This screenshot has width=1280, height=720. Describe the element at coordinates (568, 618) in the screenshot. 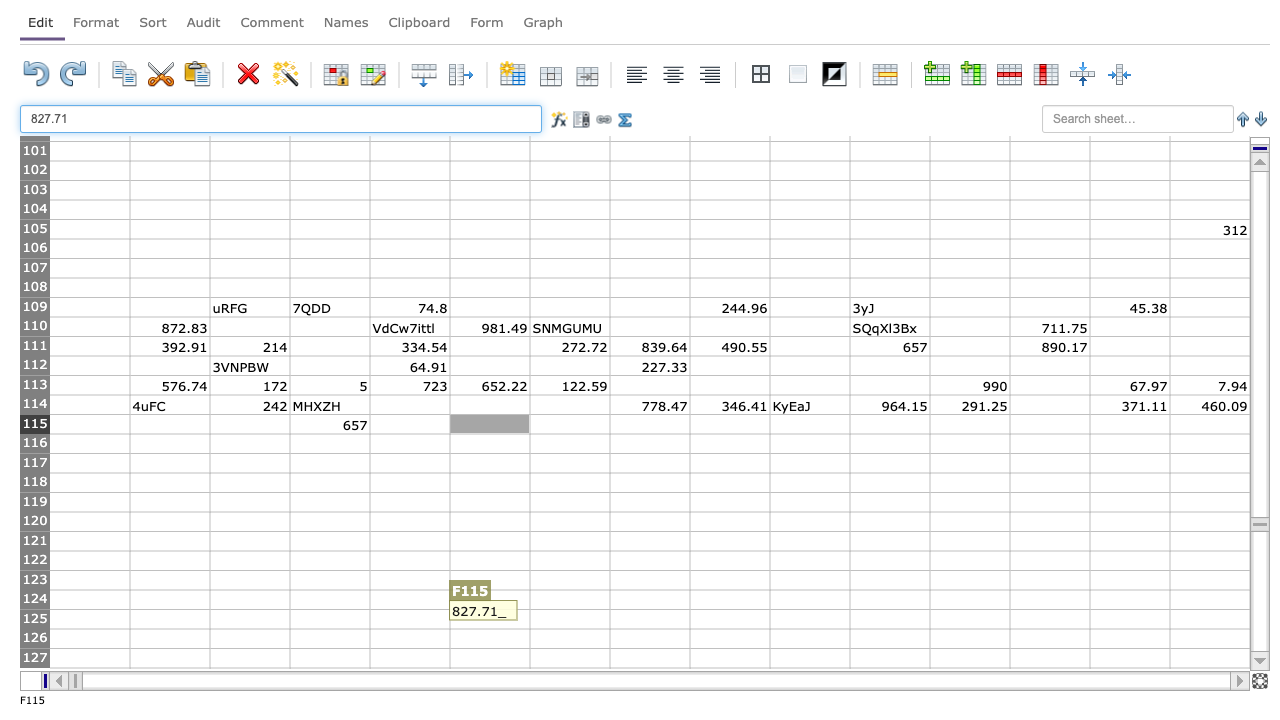

I see `G125` at that location.